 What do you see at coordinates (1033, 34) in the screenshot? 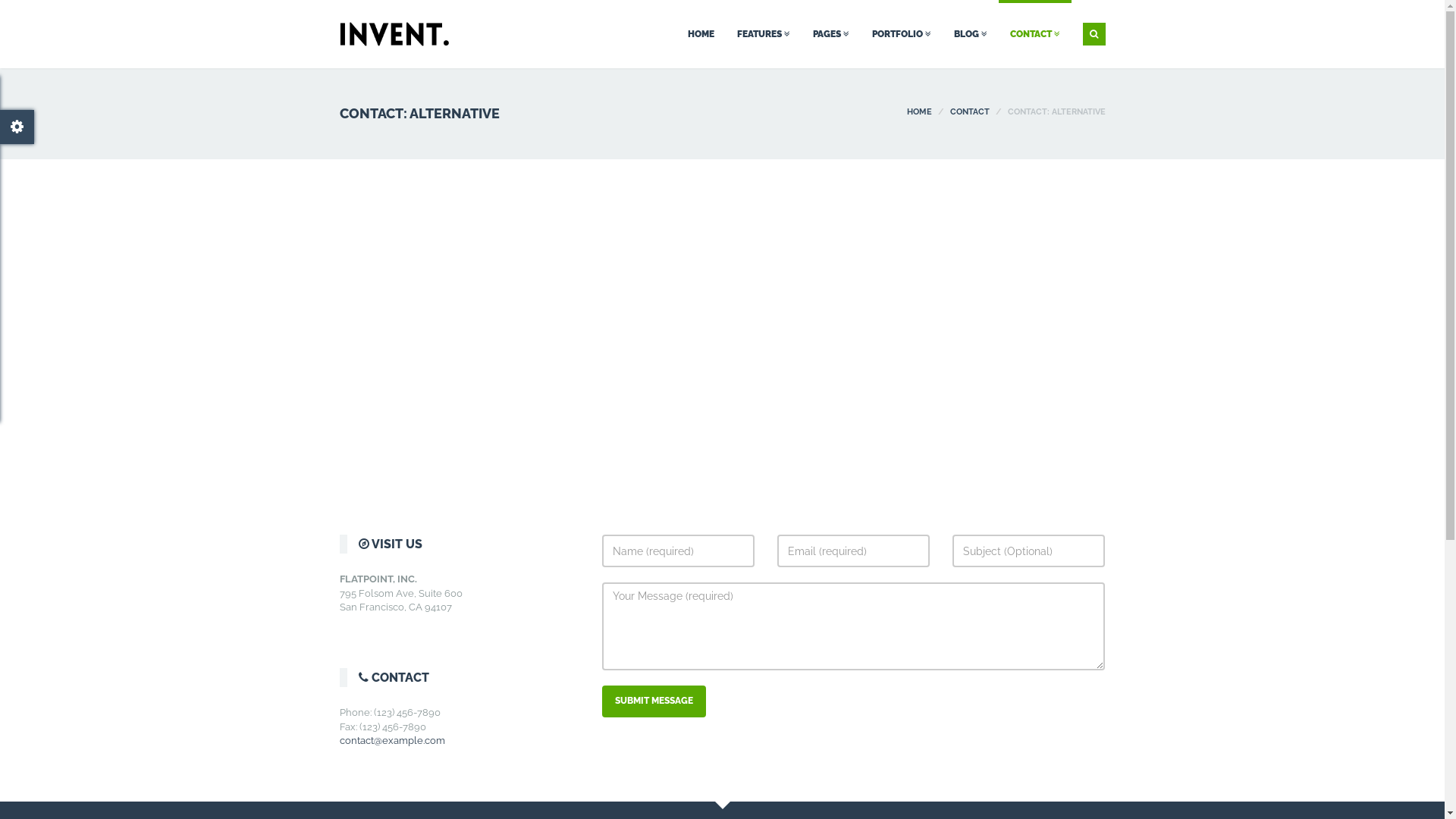
I see `'CONTACT'` at bounding box center [1033, 34].